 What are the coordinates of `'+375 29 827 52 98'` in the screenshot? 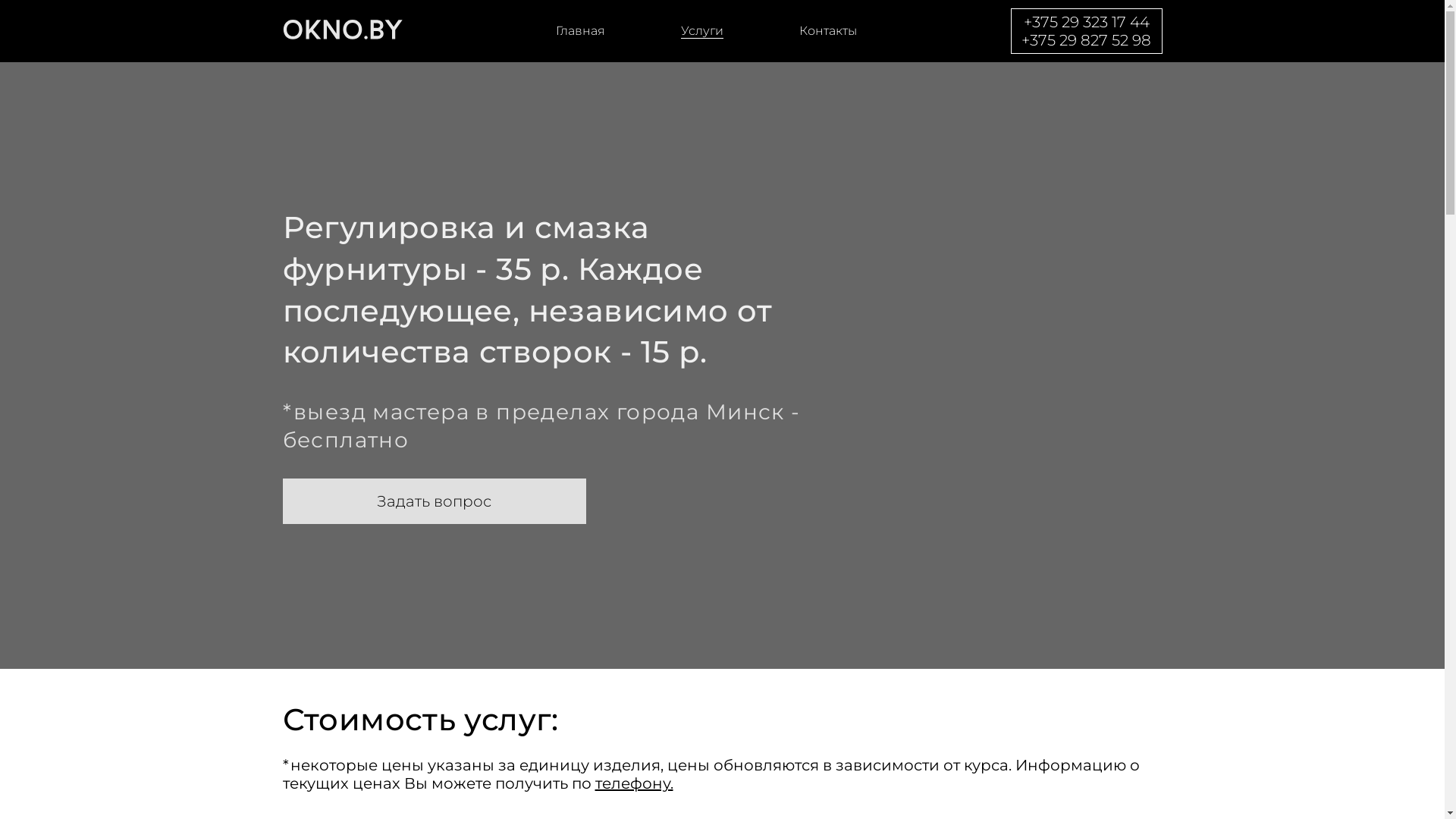 It's located at (1021, 39).